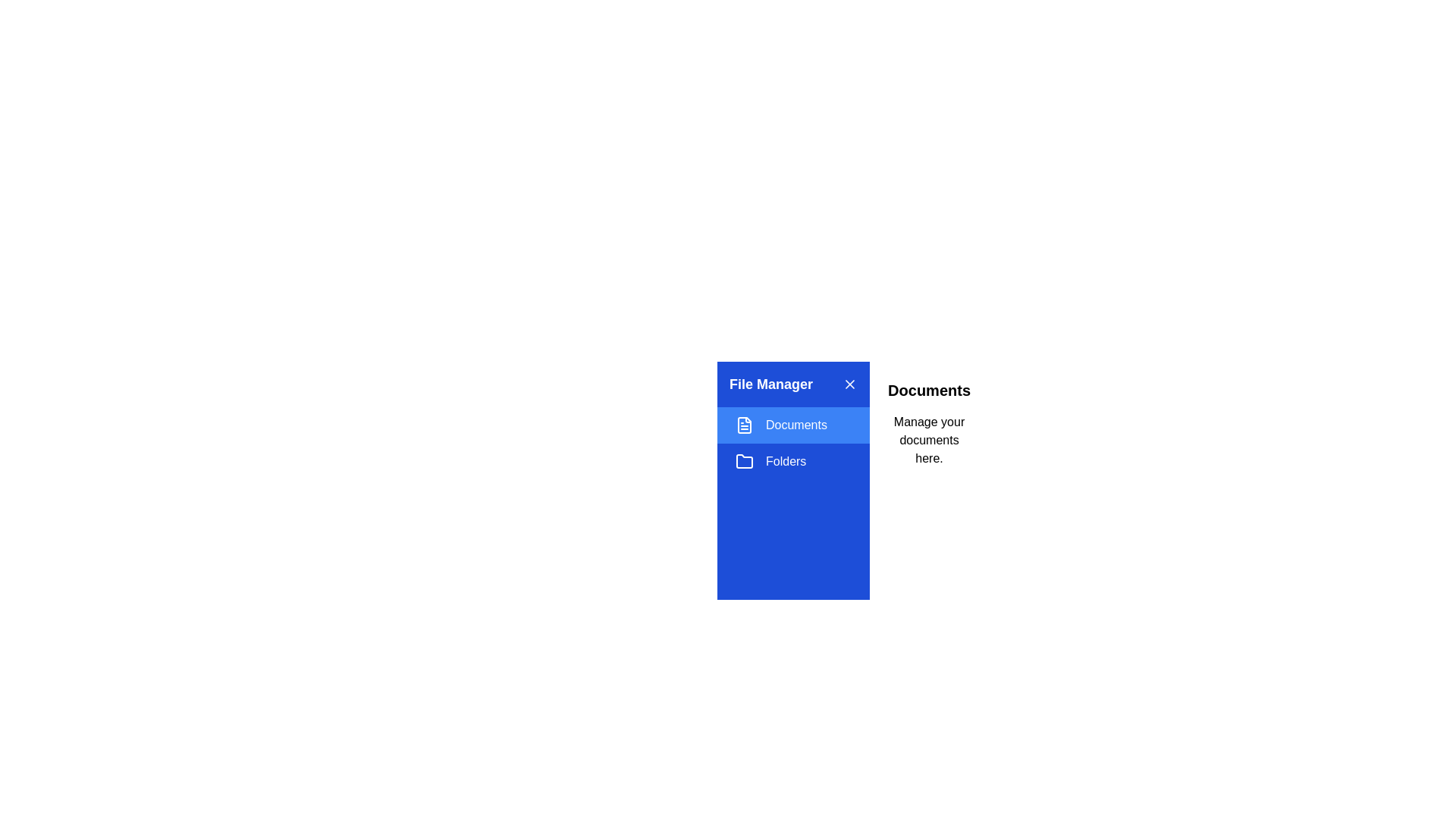  What do you see at coordinates (745, 425) in the screenshot?
I see `the section represented by the icon Documents` at bounding box center [745, 425].